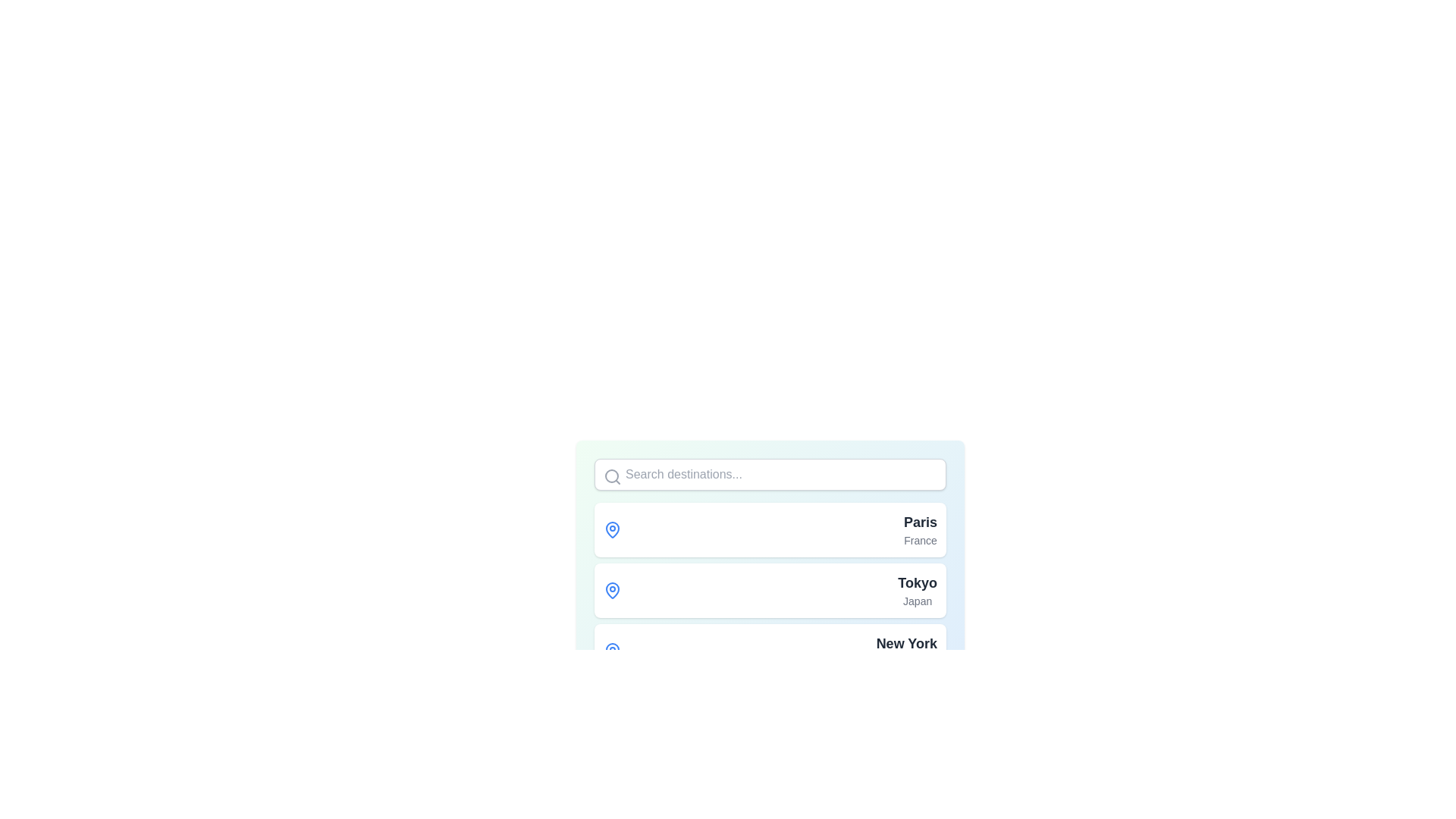  I want to click on the selectable list item representing a destination card located in the second position, which is below 'Paris, France' and above 'New York, USA', so click(770, 590).